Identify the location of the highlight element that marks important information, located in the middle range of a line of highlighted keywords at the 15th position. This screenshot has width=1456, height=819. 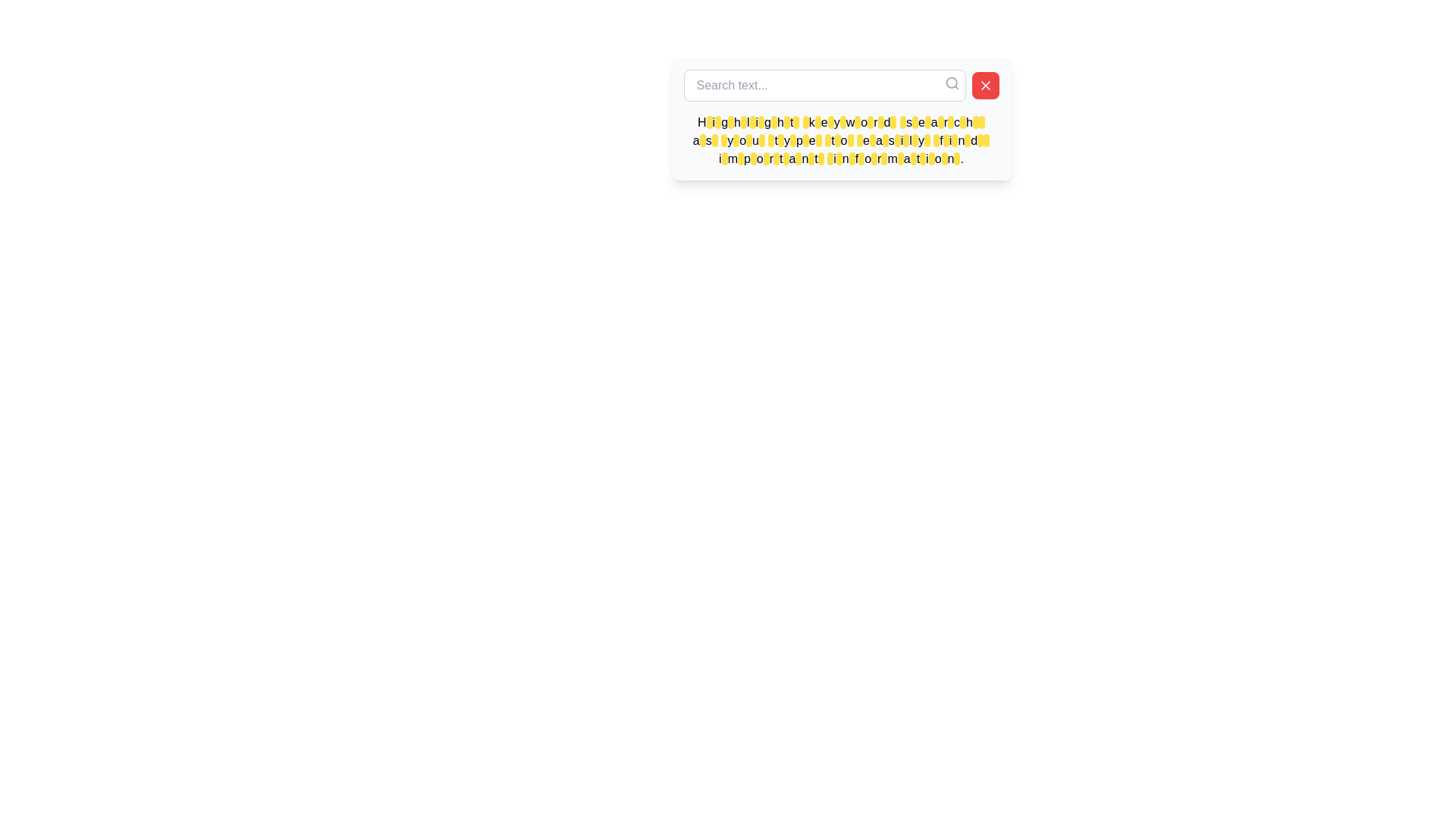
(871, 121).